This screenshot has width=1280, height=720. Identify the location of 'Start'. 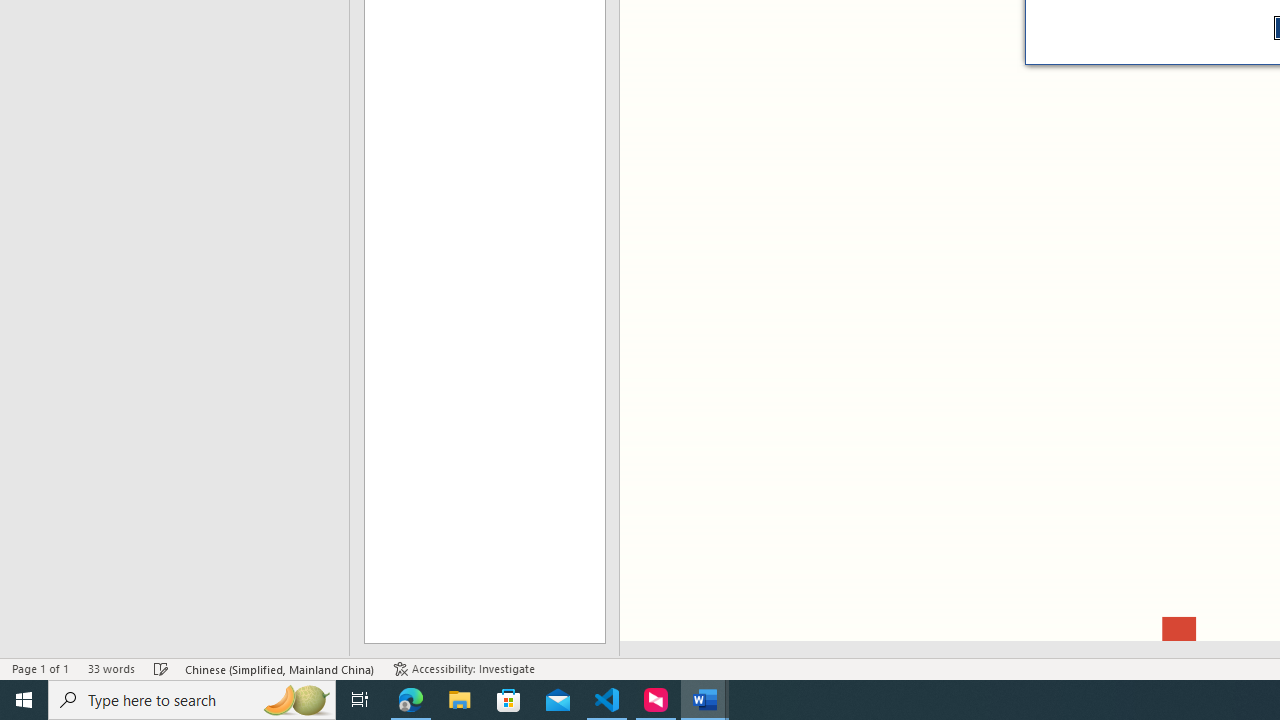
(24, 698).